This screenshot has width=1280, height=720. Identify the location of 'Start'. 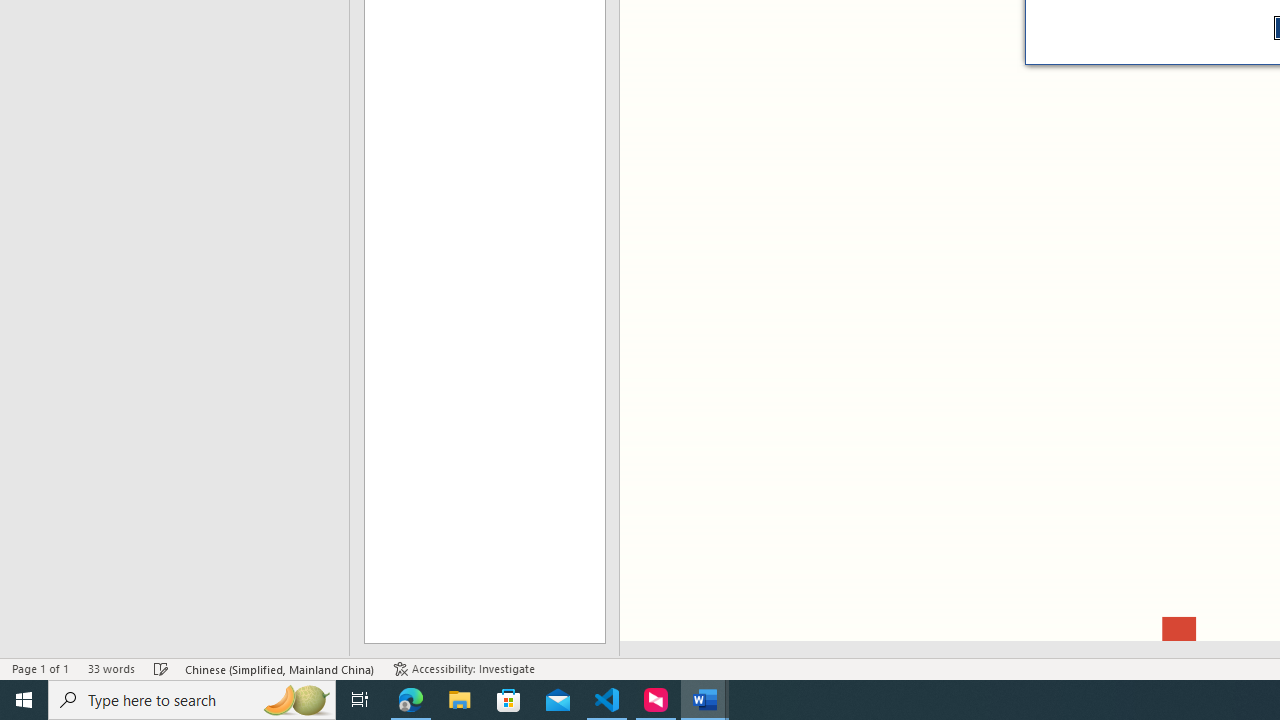
(24, 698).